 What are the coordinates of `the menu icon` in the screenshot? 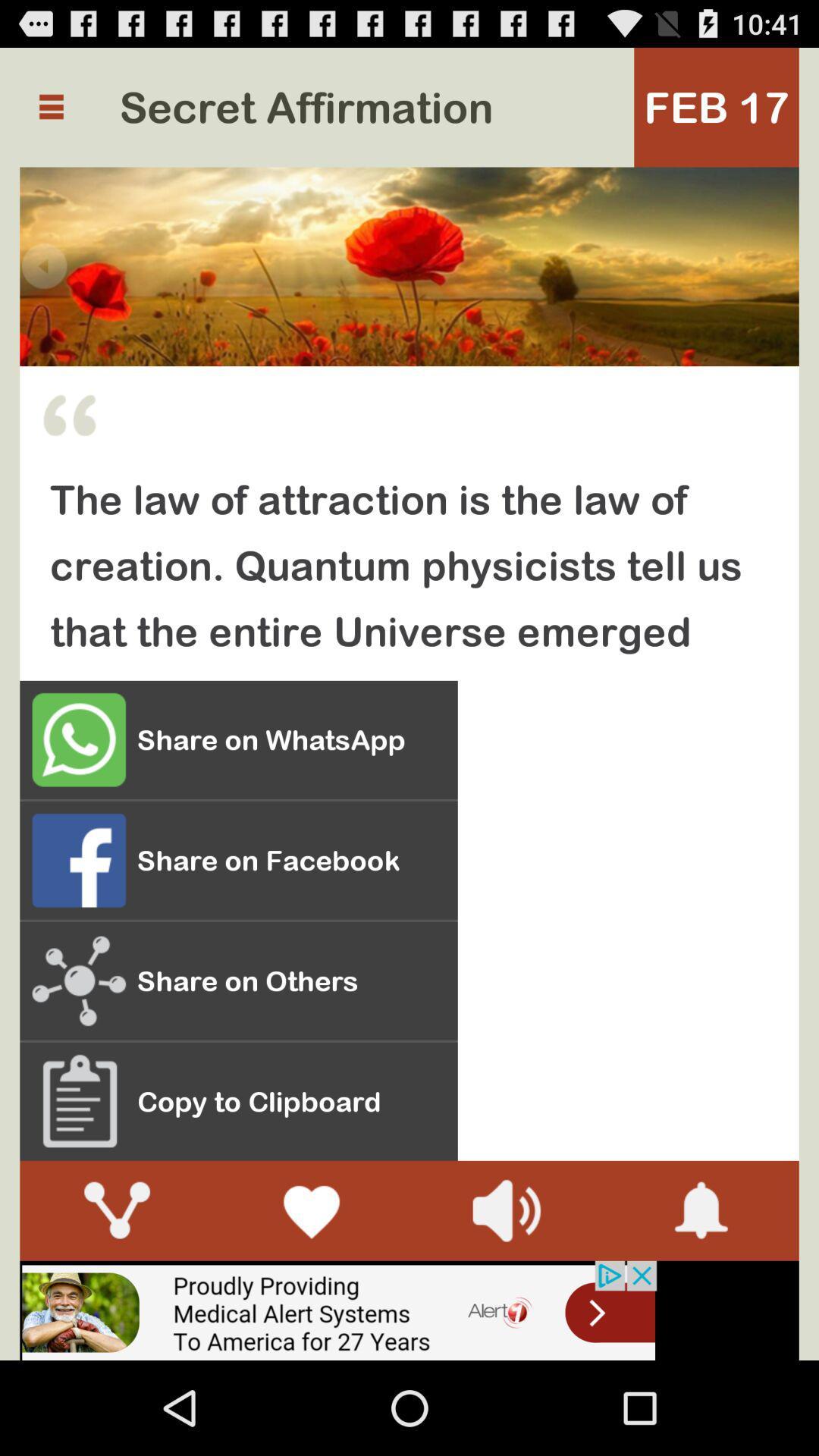 It's located at (50, 114).